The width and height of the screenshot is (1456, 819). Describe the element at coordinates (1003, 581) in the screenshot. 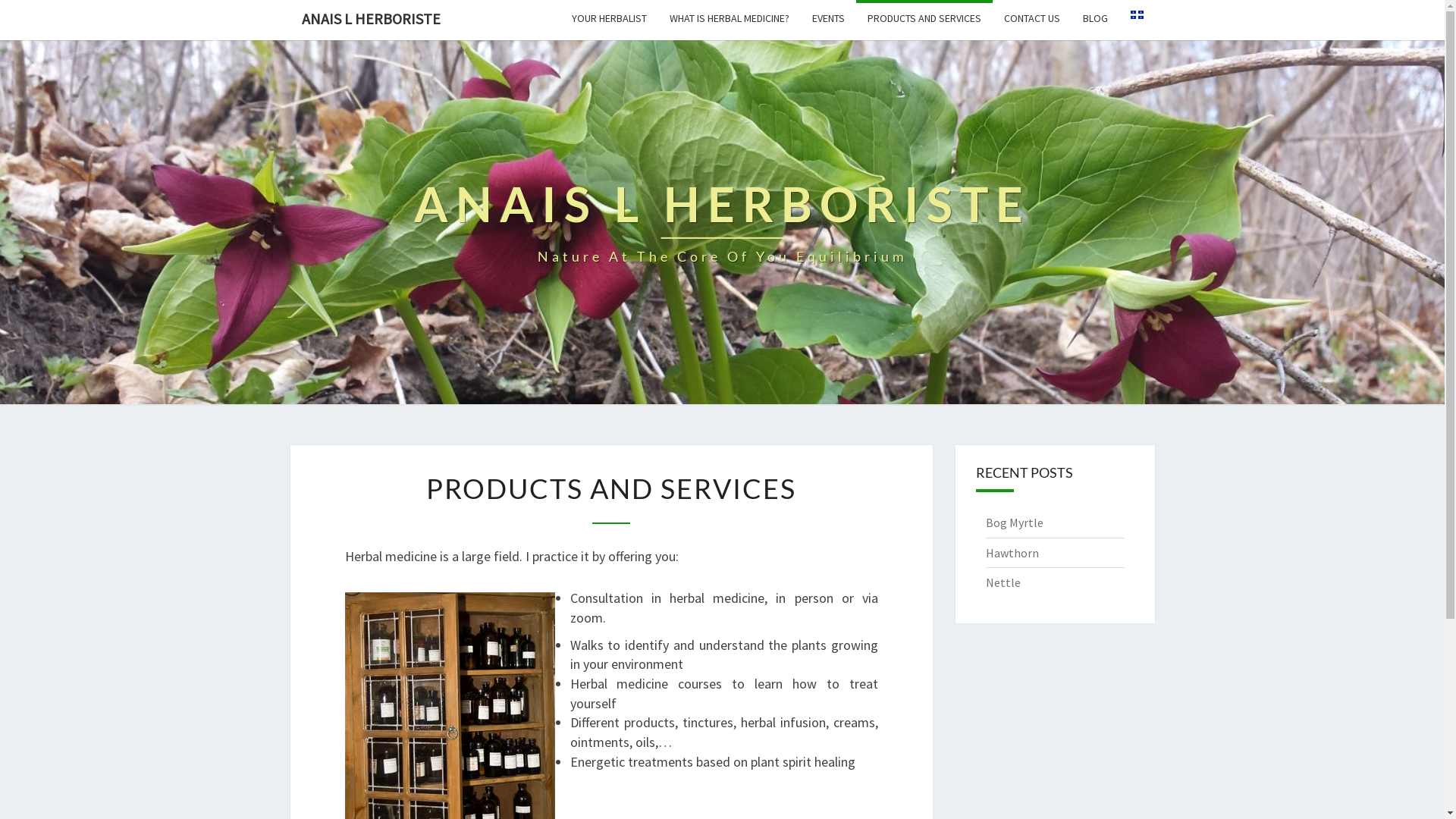

I see `'Nettle'` at that location.